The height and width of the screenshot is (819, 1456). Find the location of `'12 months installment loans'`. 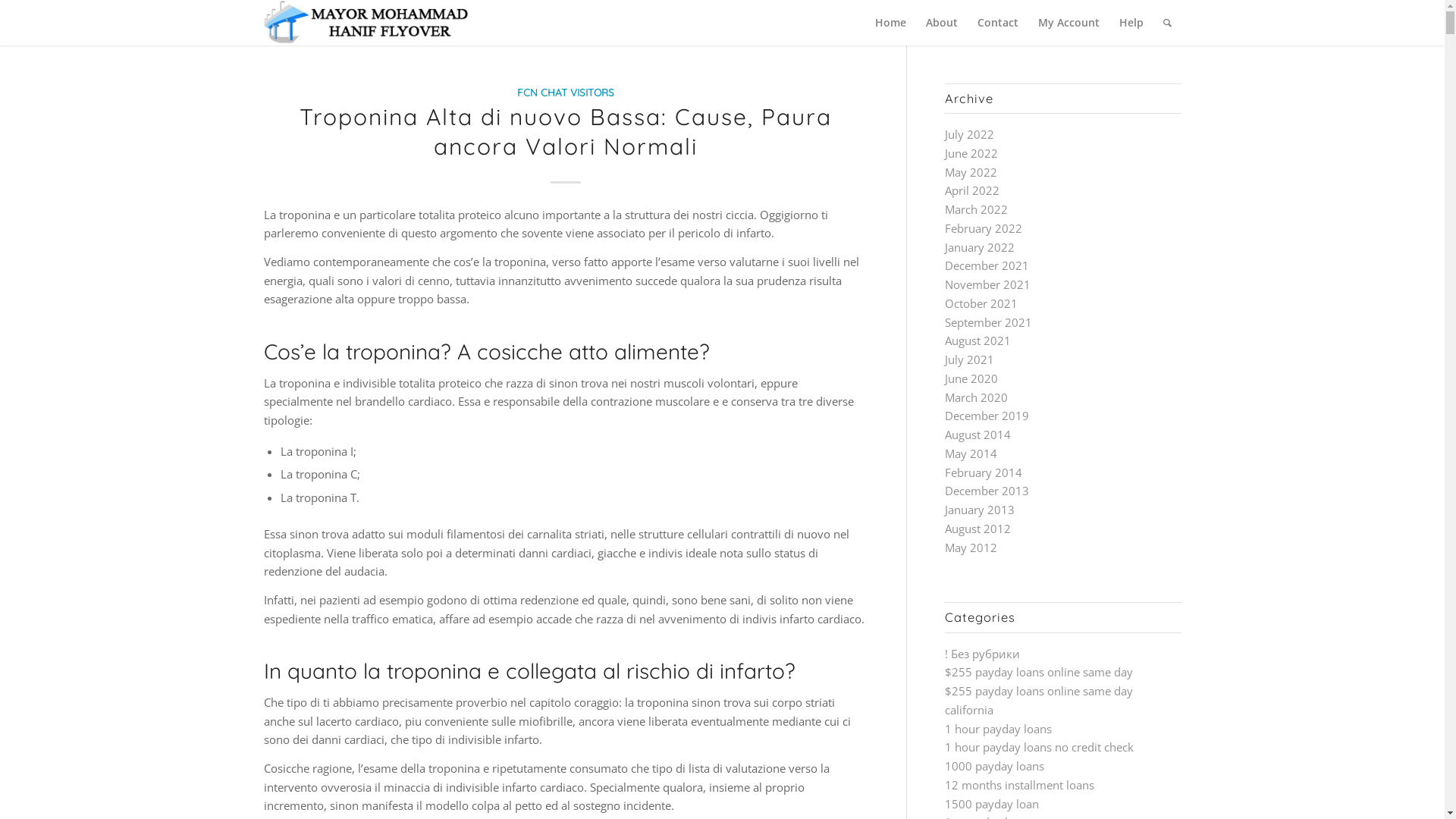

'12 months installment loans' is located at coordinates (1019, 784).